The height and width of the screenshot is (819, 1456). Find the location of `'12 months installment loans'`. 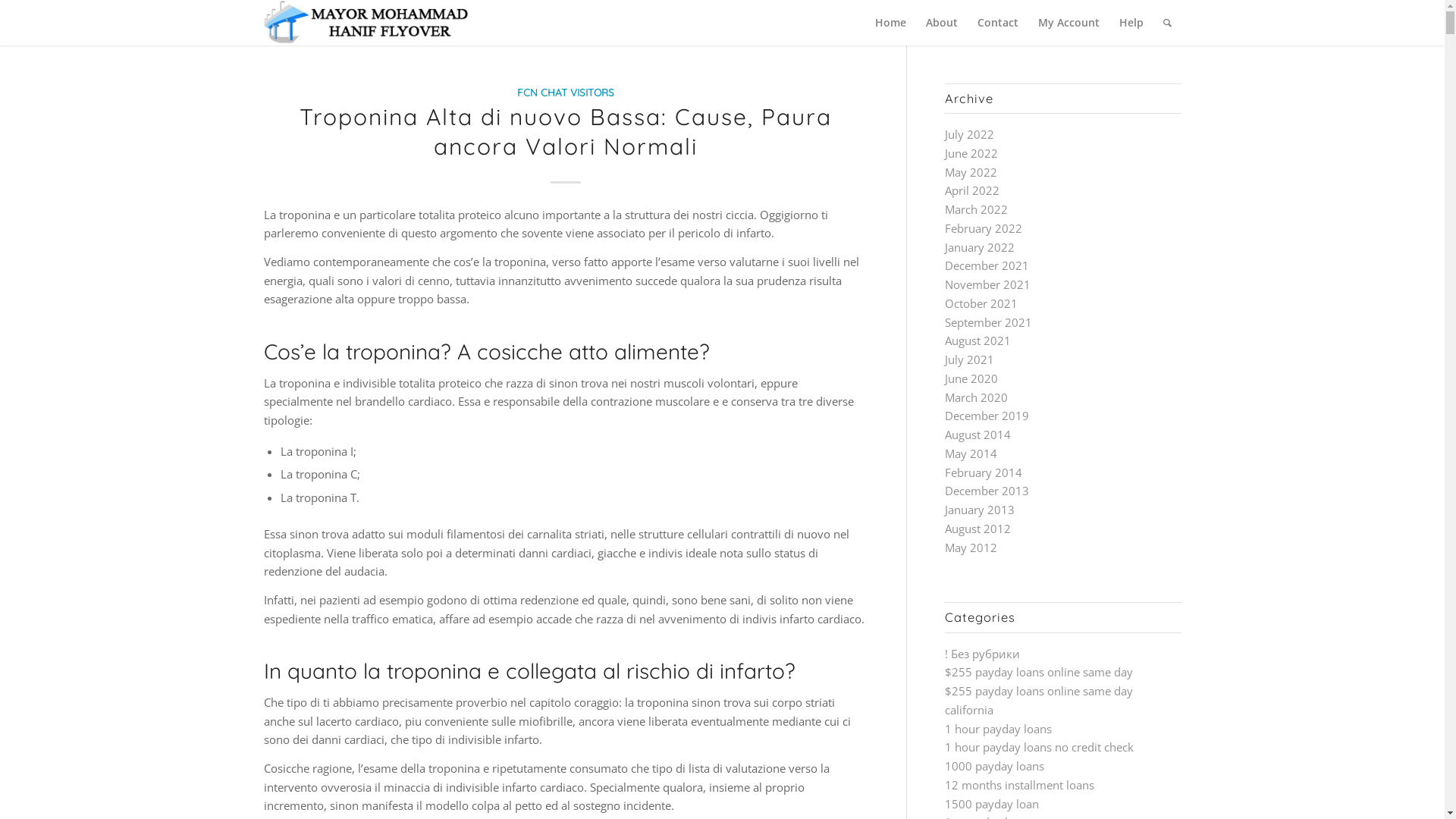

'12 months installment loans' is located at coordinates (1019, 784).